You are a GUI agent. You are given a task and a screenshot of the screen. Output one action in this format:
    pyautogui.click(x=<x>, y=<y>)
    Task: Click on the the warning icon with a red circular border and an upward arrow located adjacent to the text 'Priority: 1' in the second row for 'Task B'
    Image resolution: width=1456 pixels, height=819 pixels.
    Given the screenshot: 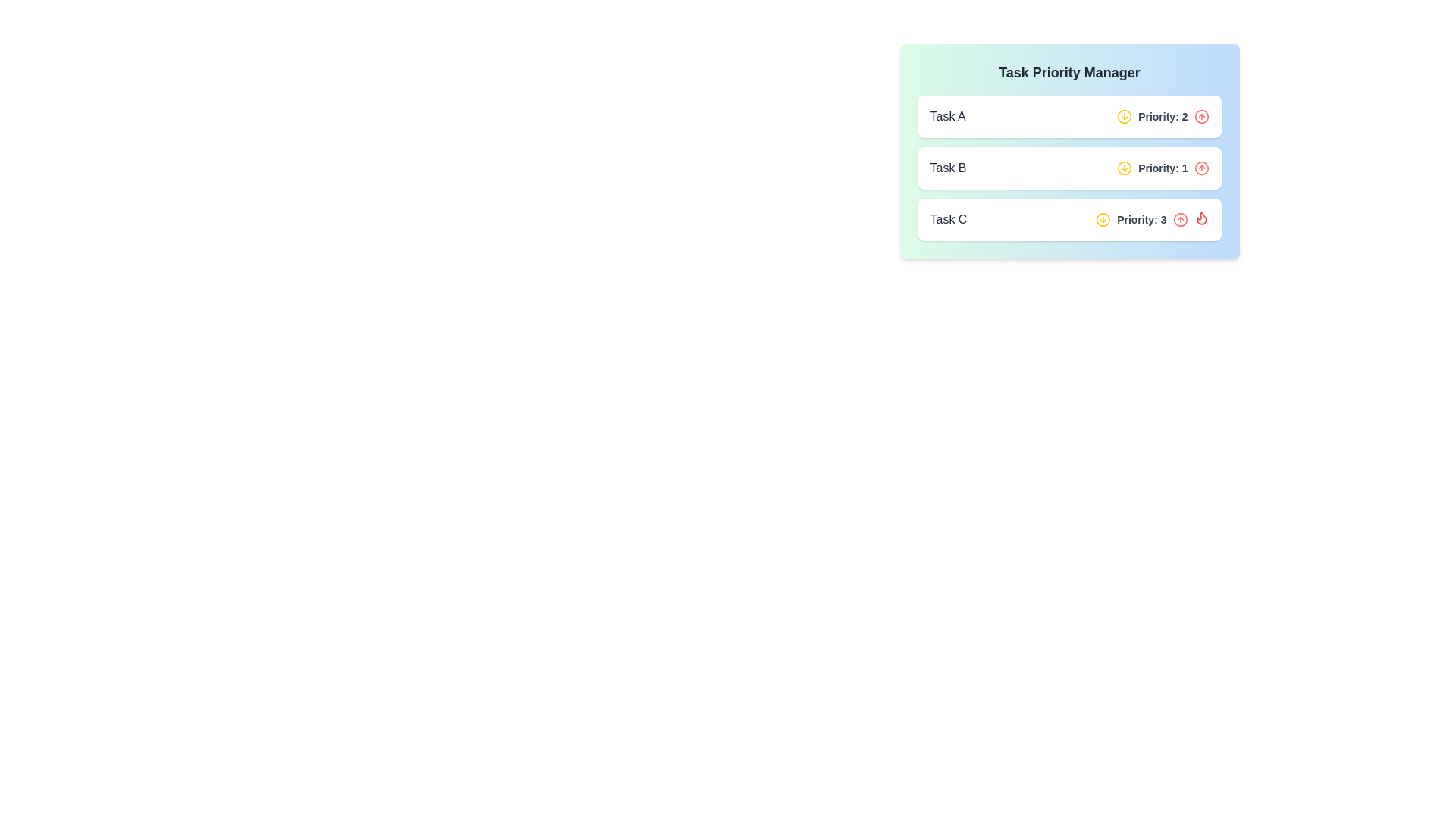 What is the action you would take?
    pyautogui.click(x=1200, y=168)
    